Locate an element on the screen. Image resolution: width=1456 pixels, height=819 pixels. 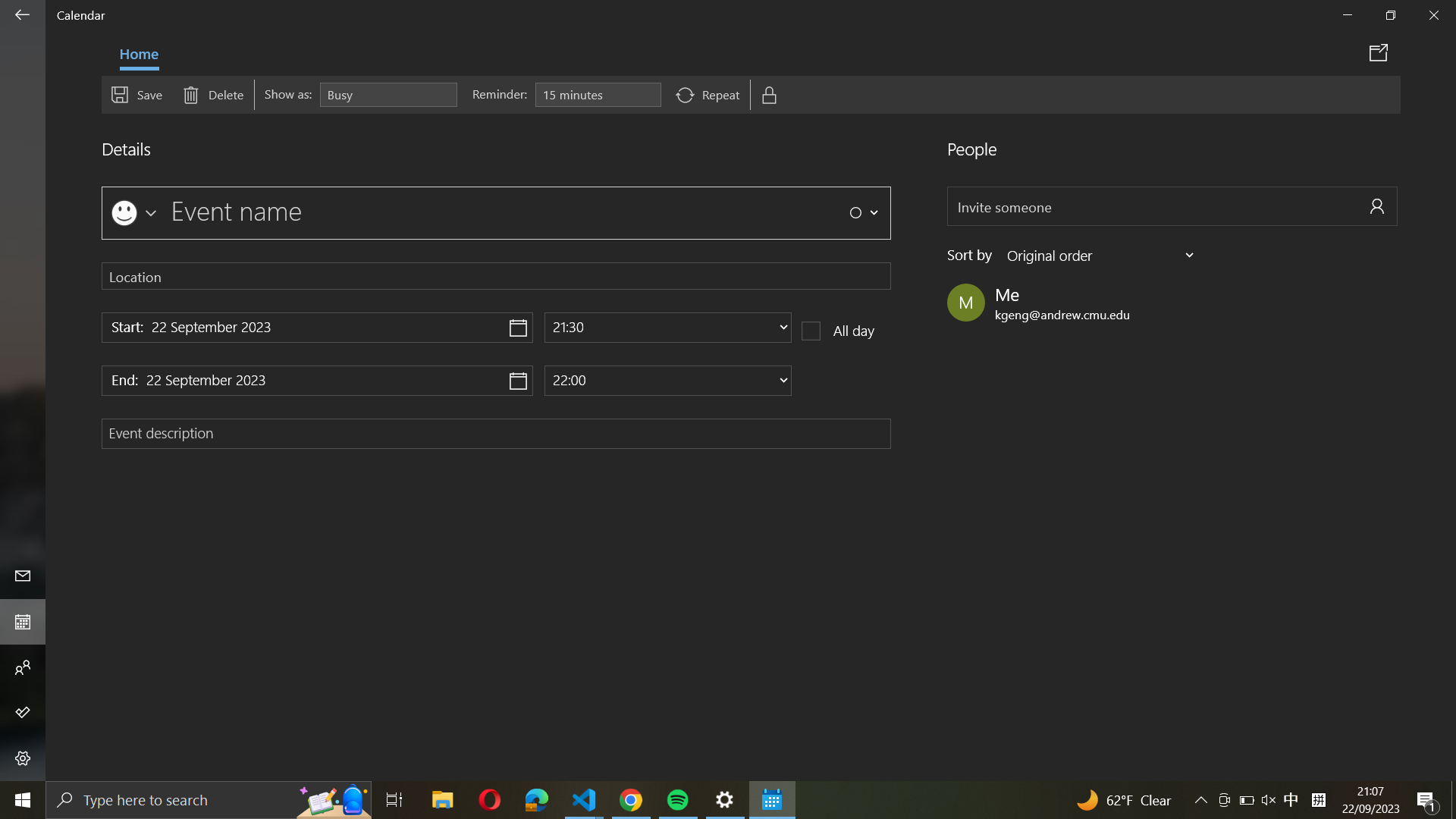
the event"s start date feature by clicking on it is located at coordinates (316, 327).